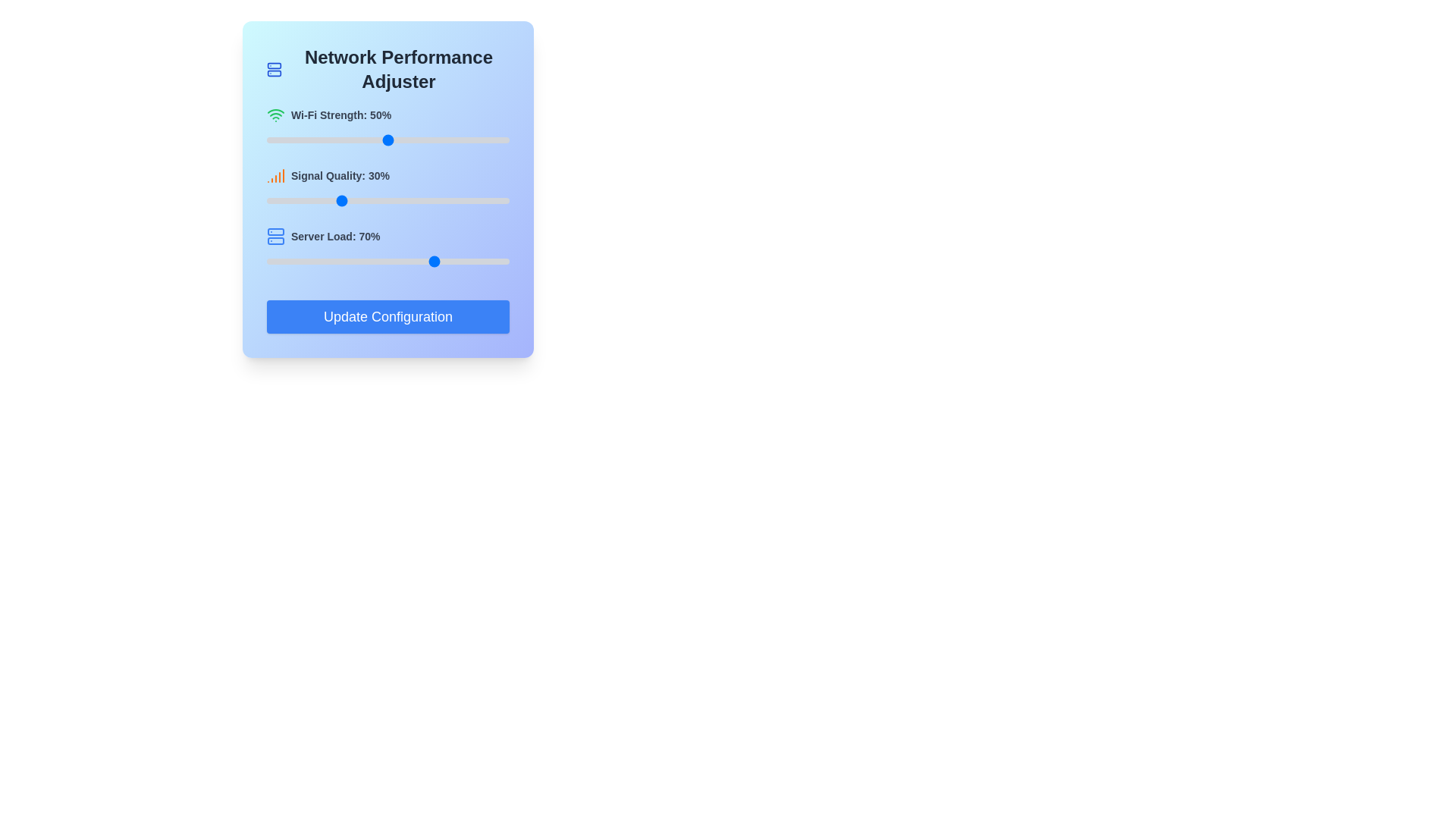 Image resolution: width=1456 pixels, height=819 pixels. I want to click on the icon resembling two stacked server racks with rounded corners and a bold blue color, located near the top-left corner of the 'Network Performance Adjuster' section, so click(274, 70).